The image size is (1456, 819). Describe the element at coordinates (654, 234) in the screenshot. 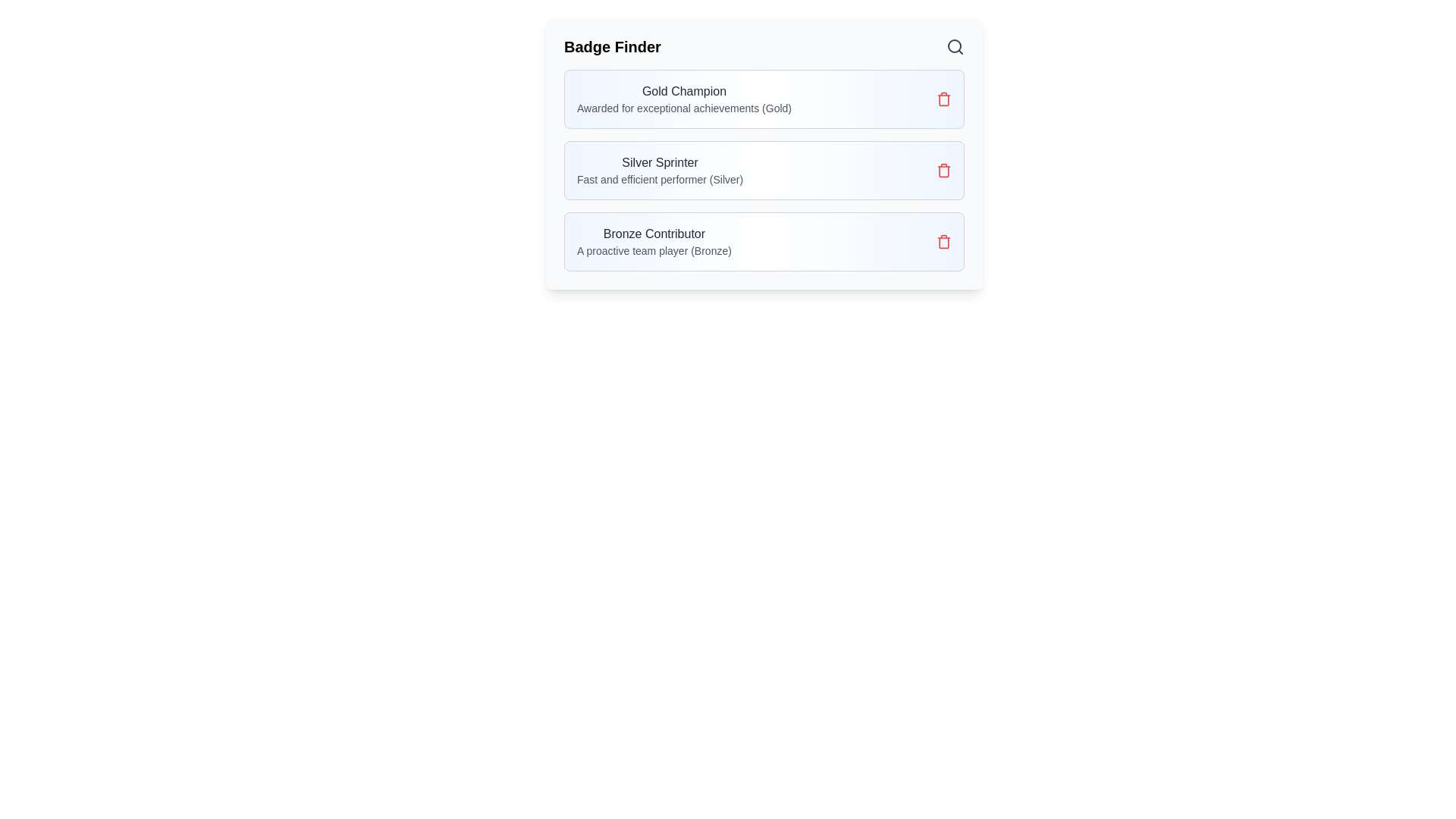

I see `the 'Bronze Contributor' text label, which is a bold, dark gray text element centrally aligned in the third card of a vertical list` at that location.